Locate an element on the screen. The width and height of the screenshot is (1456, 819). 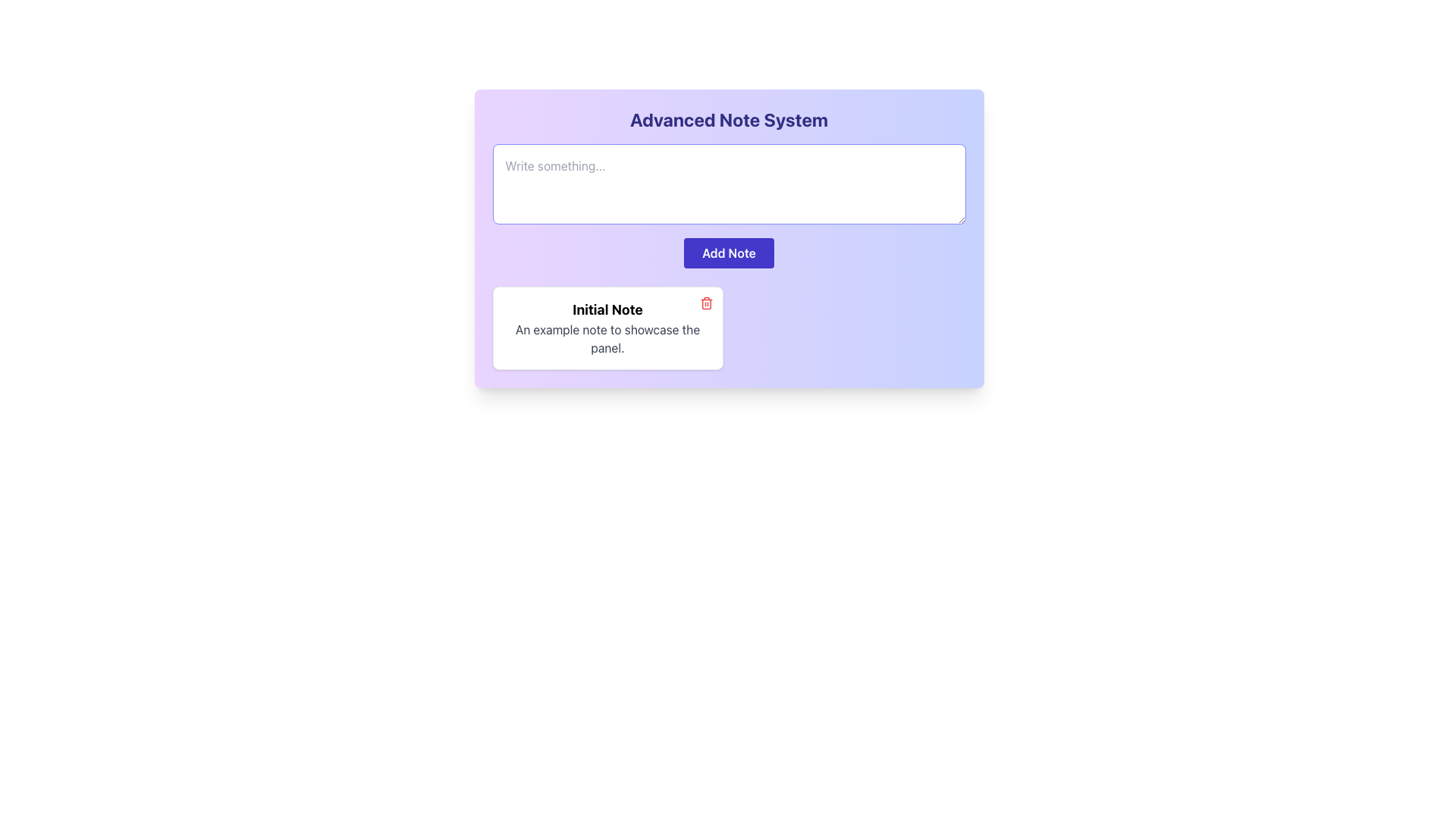
the delete icon button located at the top-right corner of the 'Initial Note' panel to observe the color change effect is located at coordinates (705, 303).